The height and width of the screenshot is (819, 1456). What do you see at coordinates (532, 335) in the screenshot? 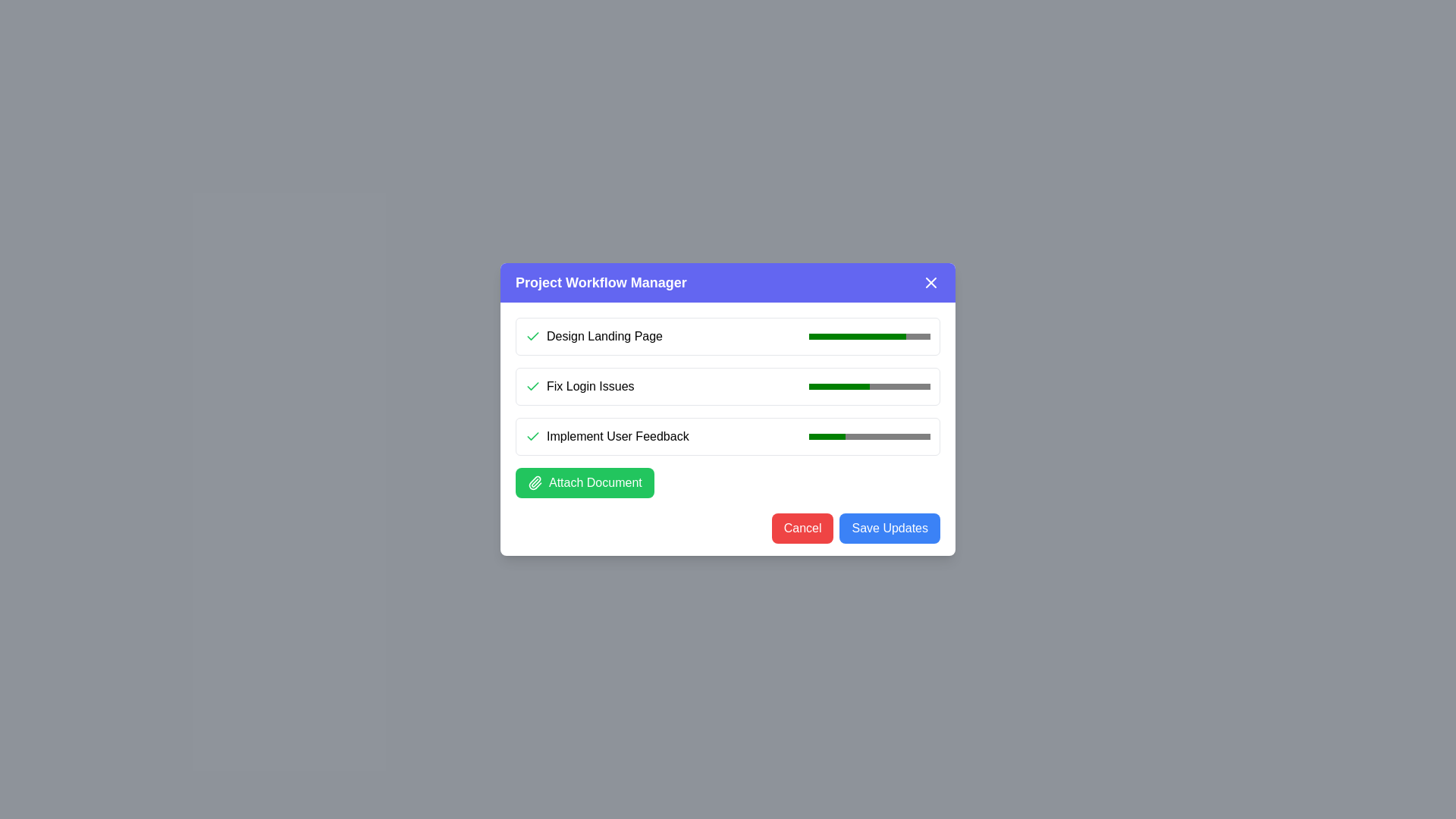
I see `the completion icon located to the left of the 'Design Landing Page' text to understand its meaning` at bounding box center [532, 335].